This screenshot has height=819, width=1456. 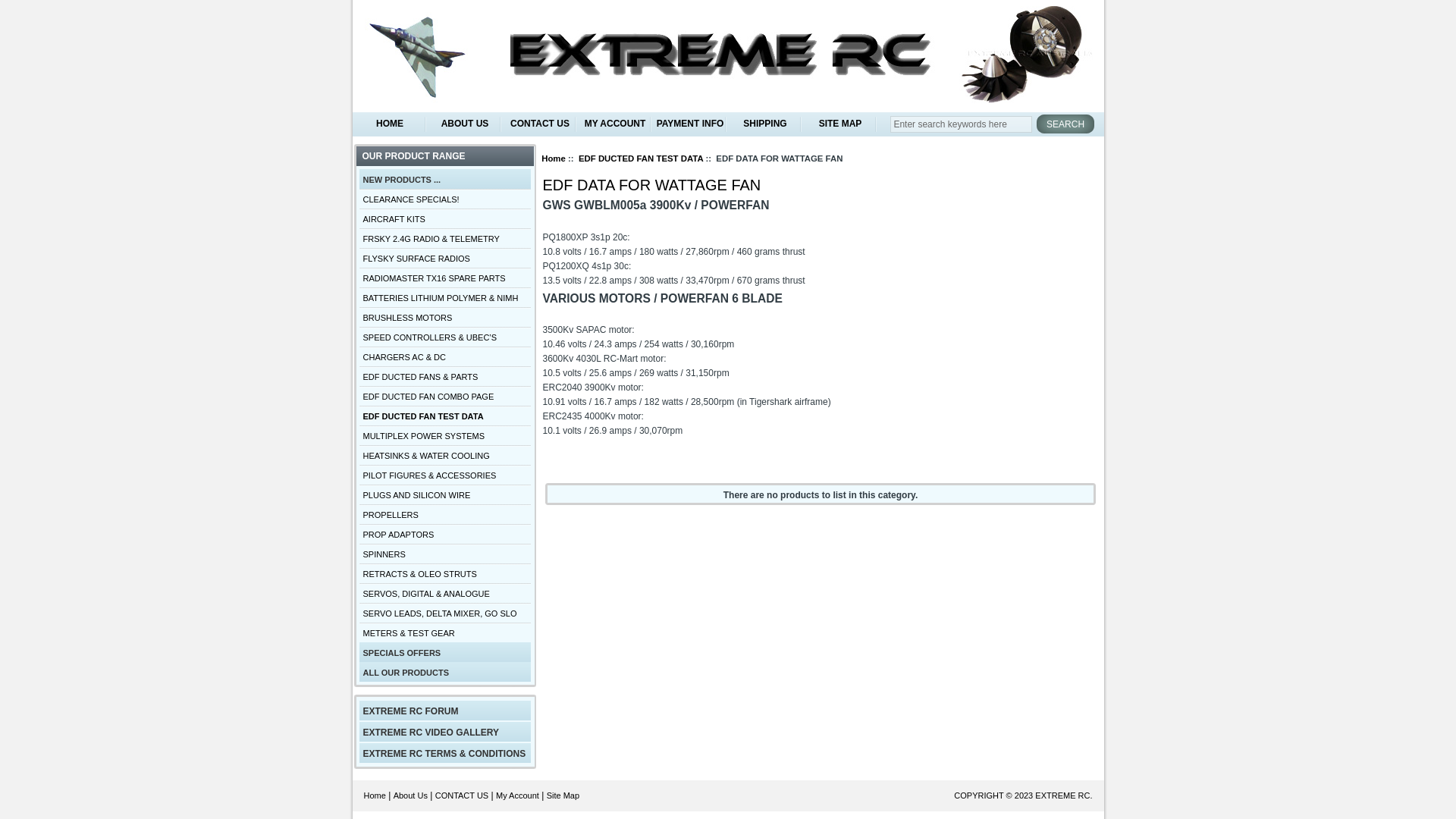 I want to click on 'EXTREME RC TERMS & CONDITIONS', so click(x=444, y=752).